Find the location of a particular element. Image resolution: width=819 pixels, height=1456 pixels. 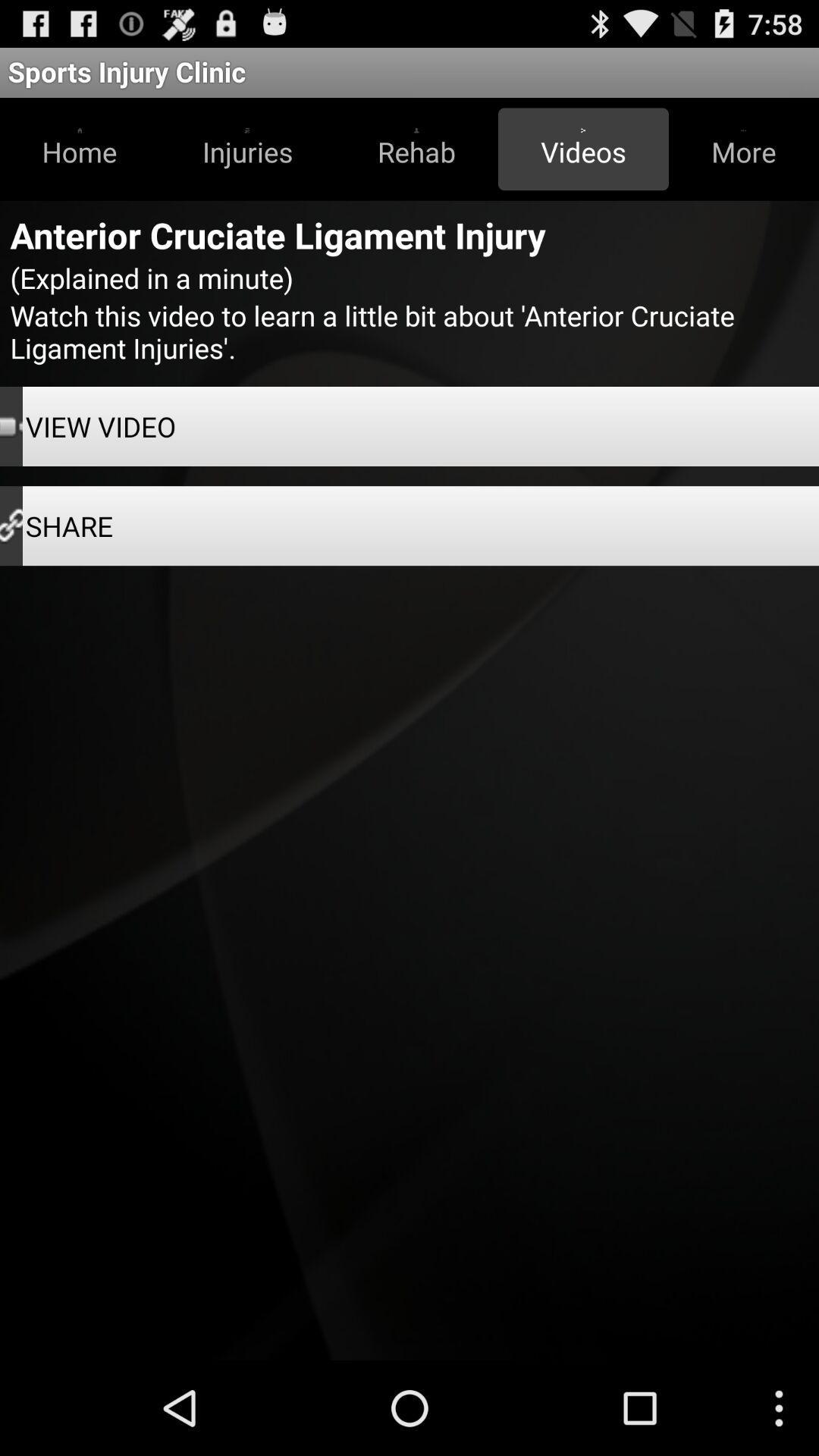

the home is located at coordinates (80, 149).